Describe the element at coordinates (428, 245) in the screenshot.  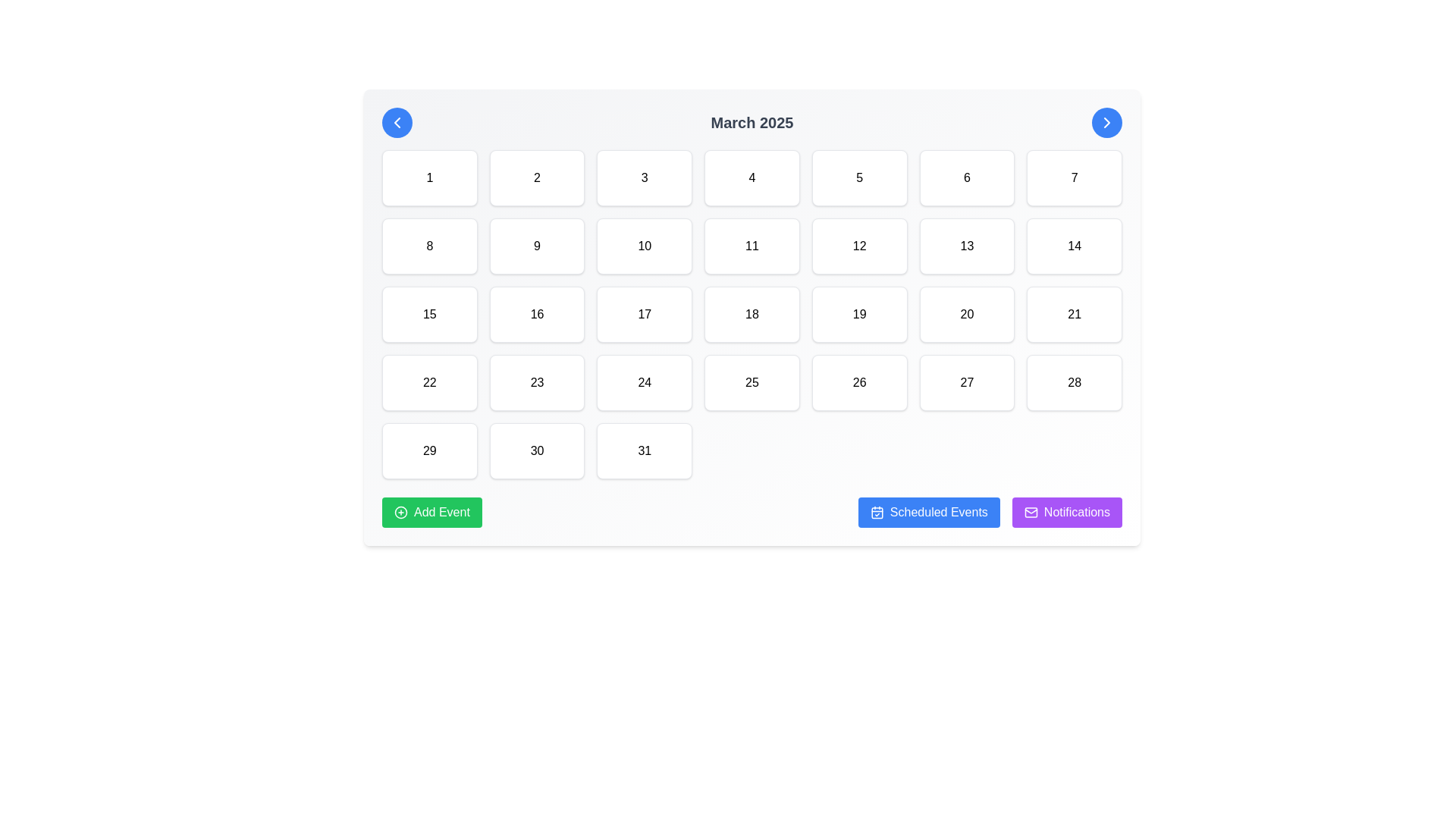
I see `the calendar grid cell representing the date 8th of March 2025, located in the second row, first column of the calendar interface` at that location.